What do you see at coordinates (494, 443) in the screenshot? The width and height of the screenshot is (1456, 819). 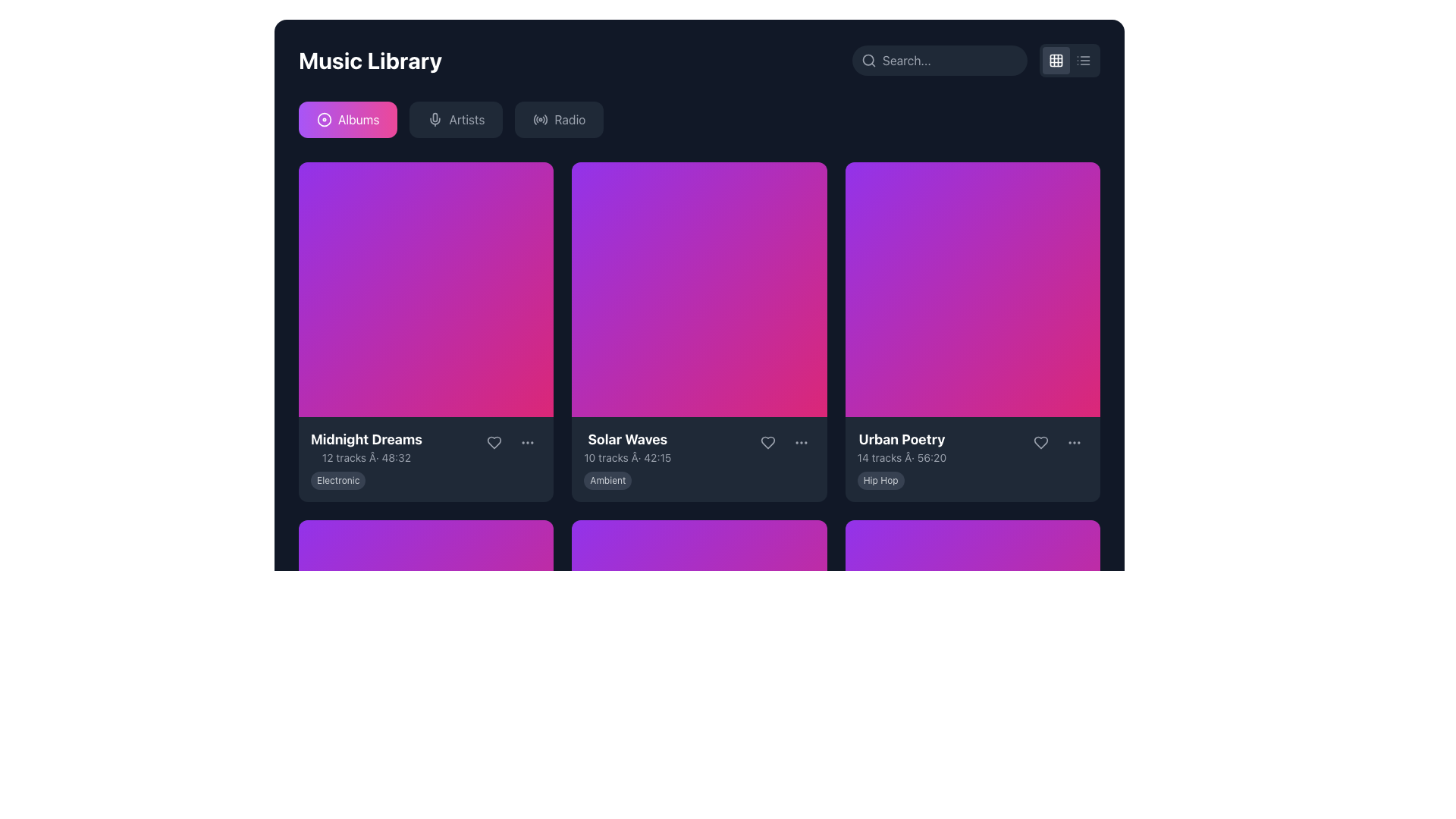 I see `the outlined heart icon located at the bottom right corner of the 'Midnight Dreams' album card to mark the album as a favorite` at bounding box center [494, 443].